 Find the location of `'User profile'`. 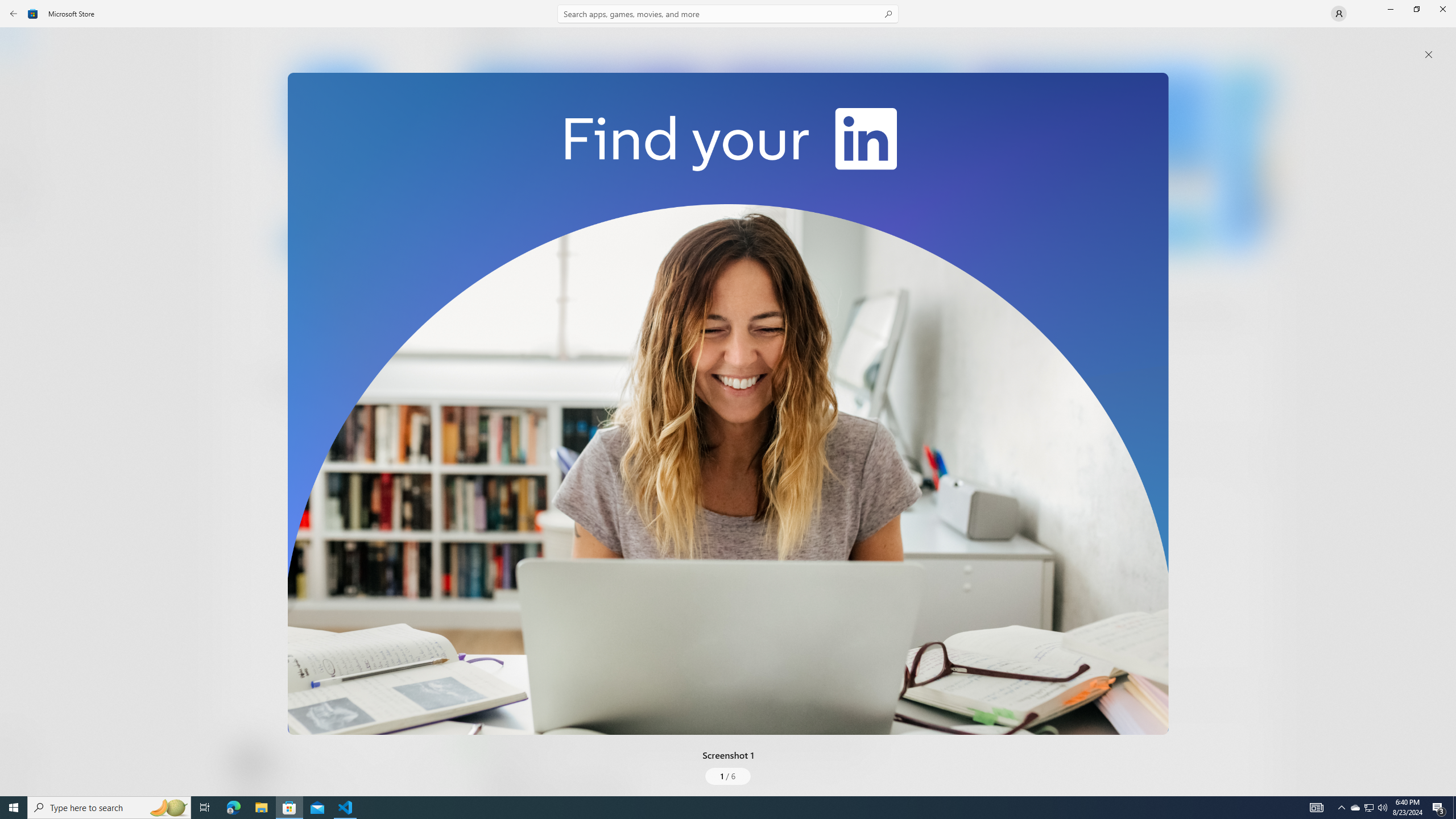

'User profile' is located at coordinates (1338, 13).